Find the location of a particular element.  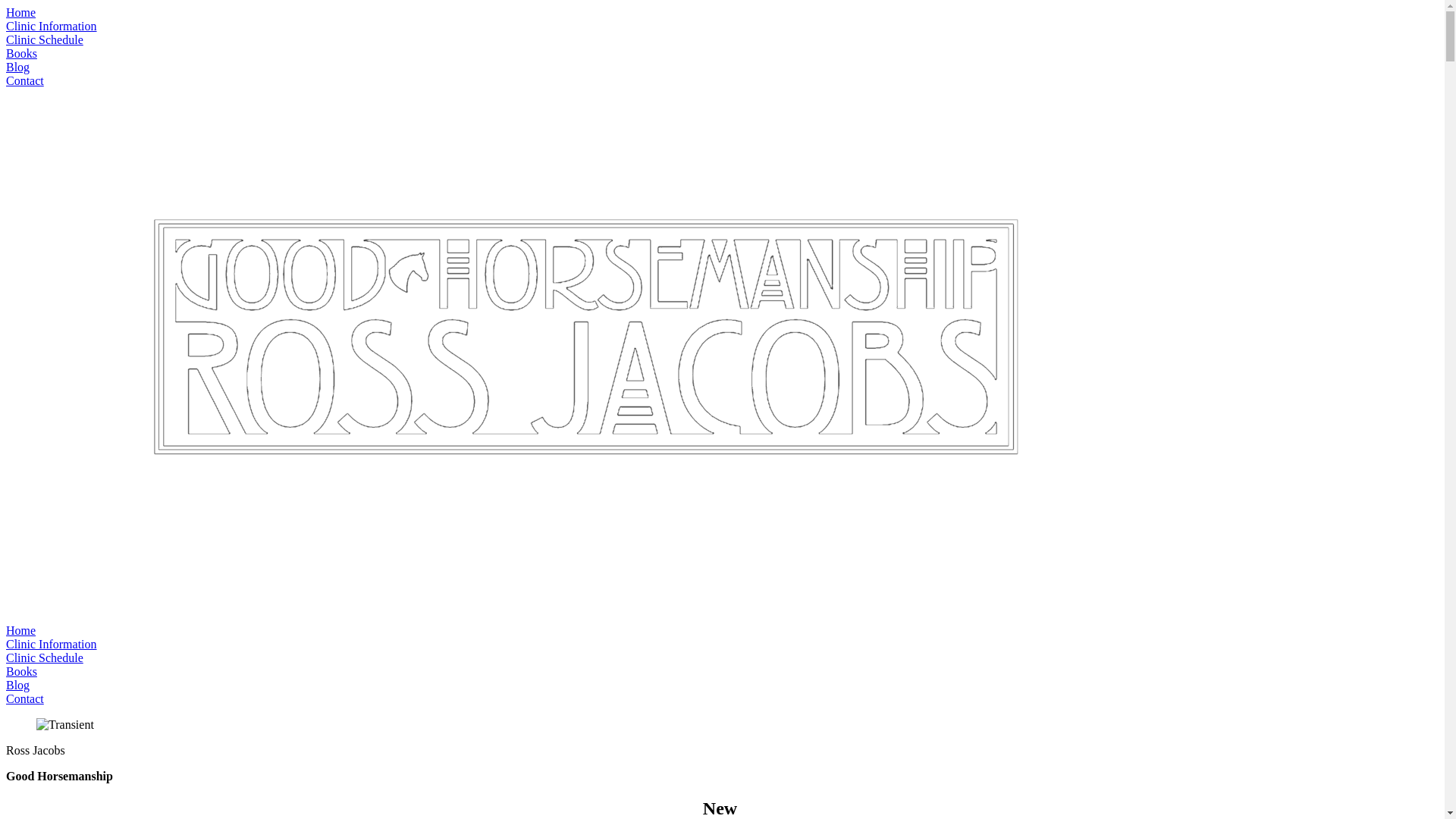

'Home' is located at coordinates (6, 630).